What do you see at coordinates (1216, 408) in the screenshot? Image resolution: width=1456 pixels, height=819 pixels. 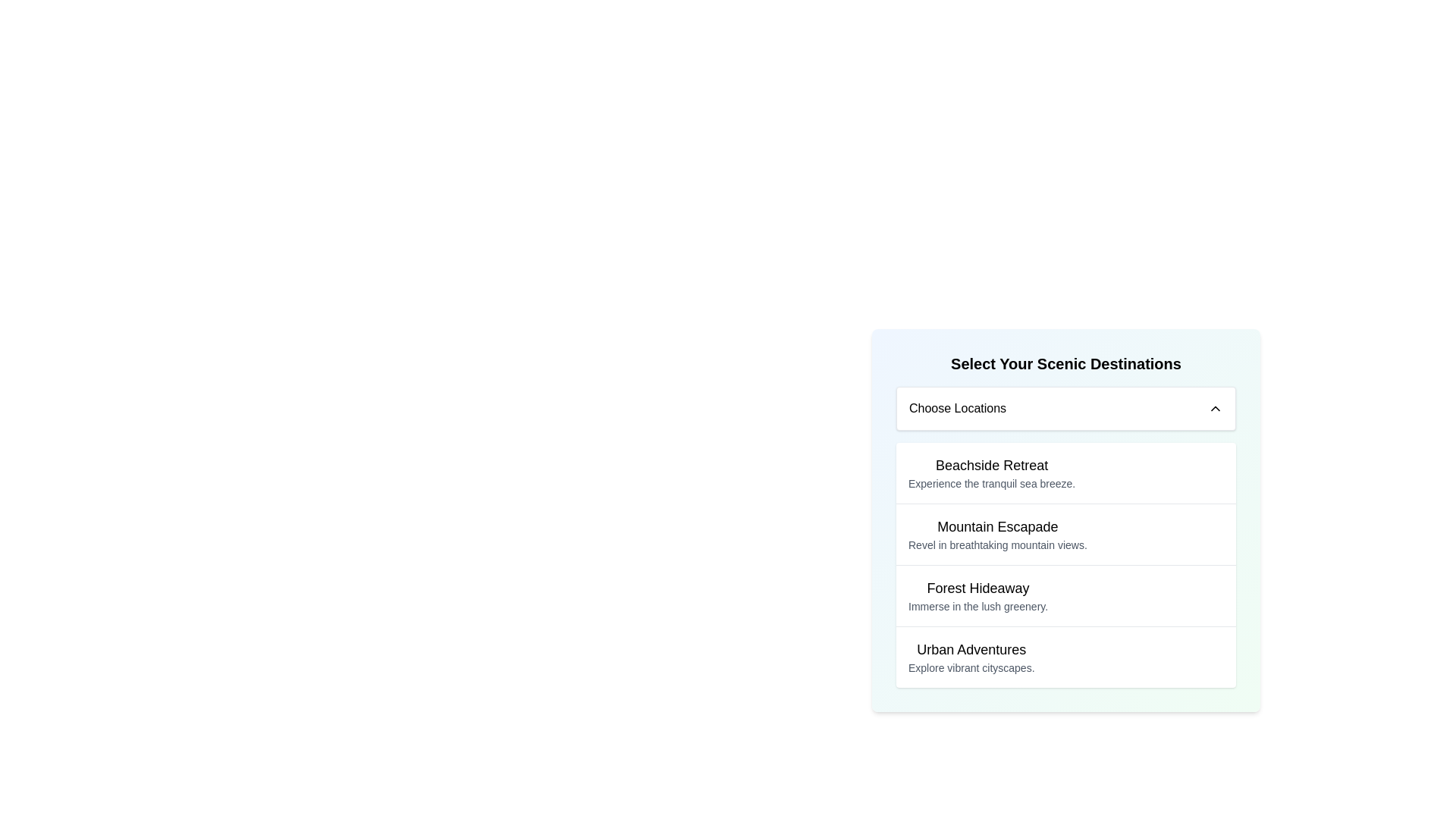 I see `the small upward-pointing chevron icon, which is located within the white rectangular section containing the text 'Choose Locations', positioned towards the right end of this section` at bounding box center [1216, 408].